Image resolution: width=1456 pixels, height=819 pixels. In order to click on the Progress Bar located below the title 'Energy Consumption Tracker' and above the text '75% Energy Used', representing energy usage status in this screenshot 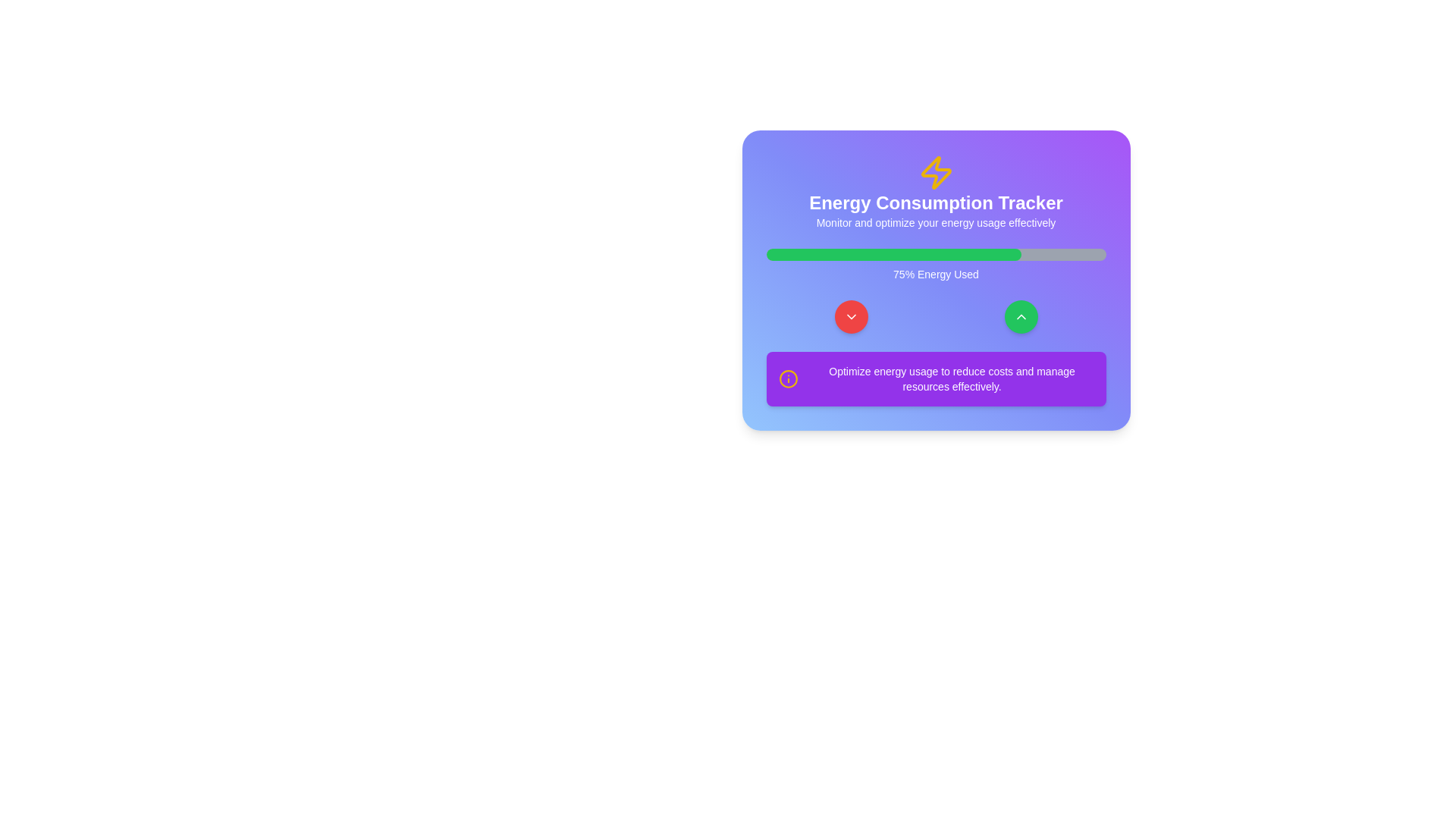, I will do `click(935, 253)`.